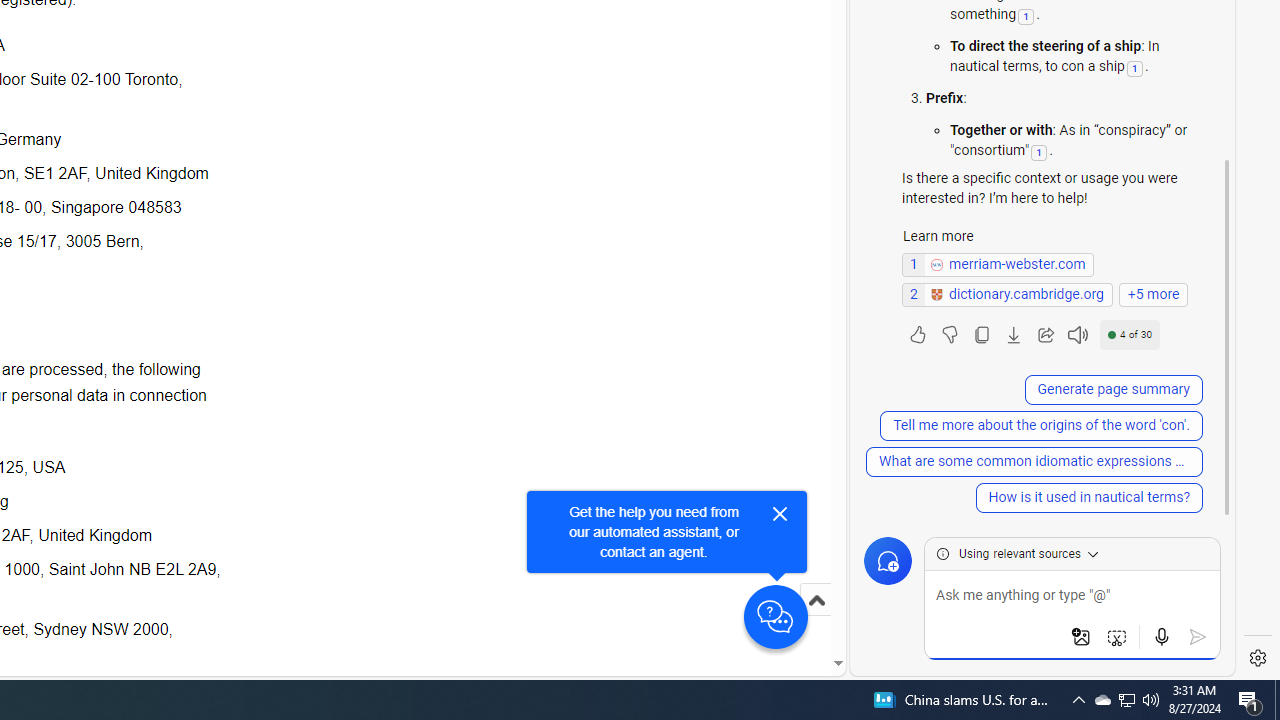 This screenshot has width=1280, height=720. I want to click on 'Scroll to top', so click(816, 620).